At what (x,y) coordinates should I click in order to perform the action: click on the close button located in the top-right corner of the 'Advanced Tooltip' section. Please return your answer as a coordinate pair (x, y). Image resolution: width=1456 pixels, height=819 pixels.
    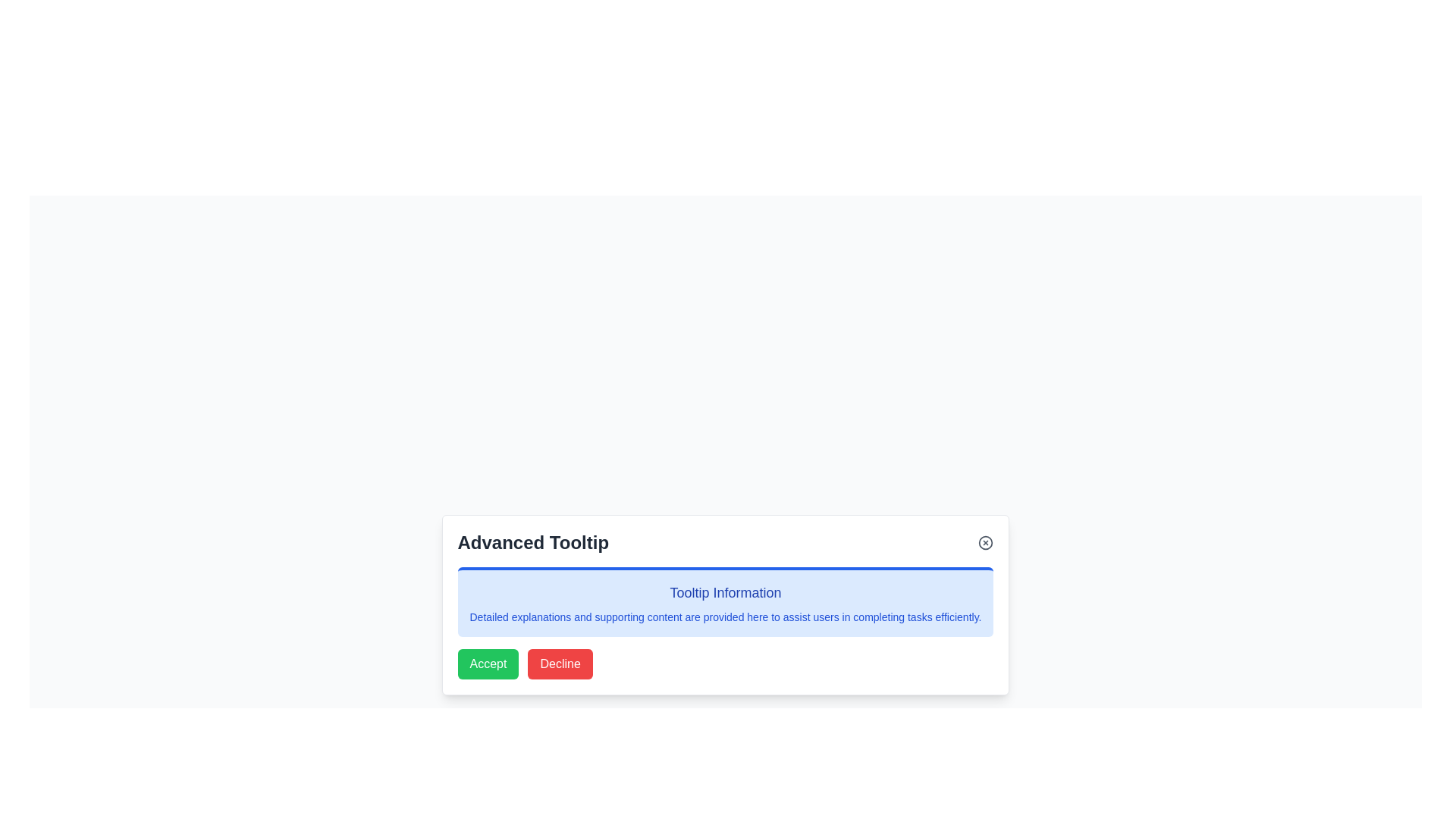
    Looking at the image, I should click on (986, 542).